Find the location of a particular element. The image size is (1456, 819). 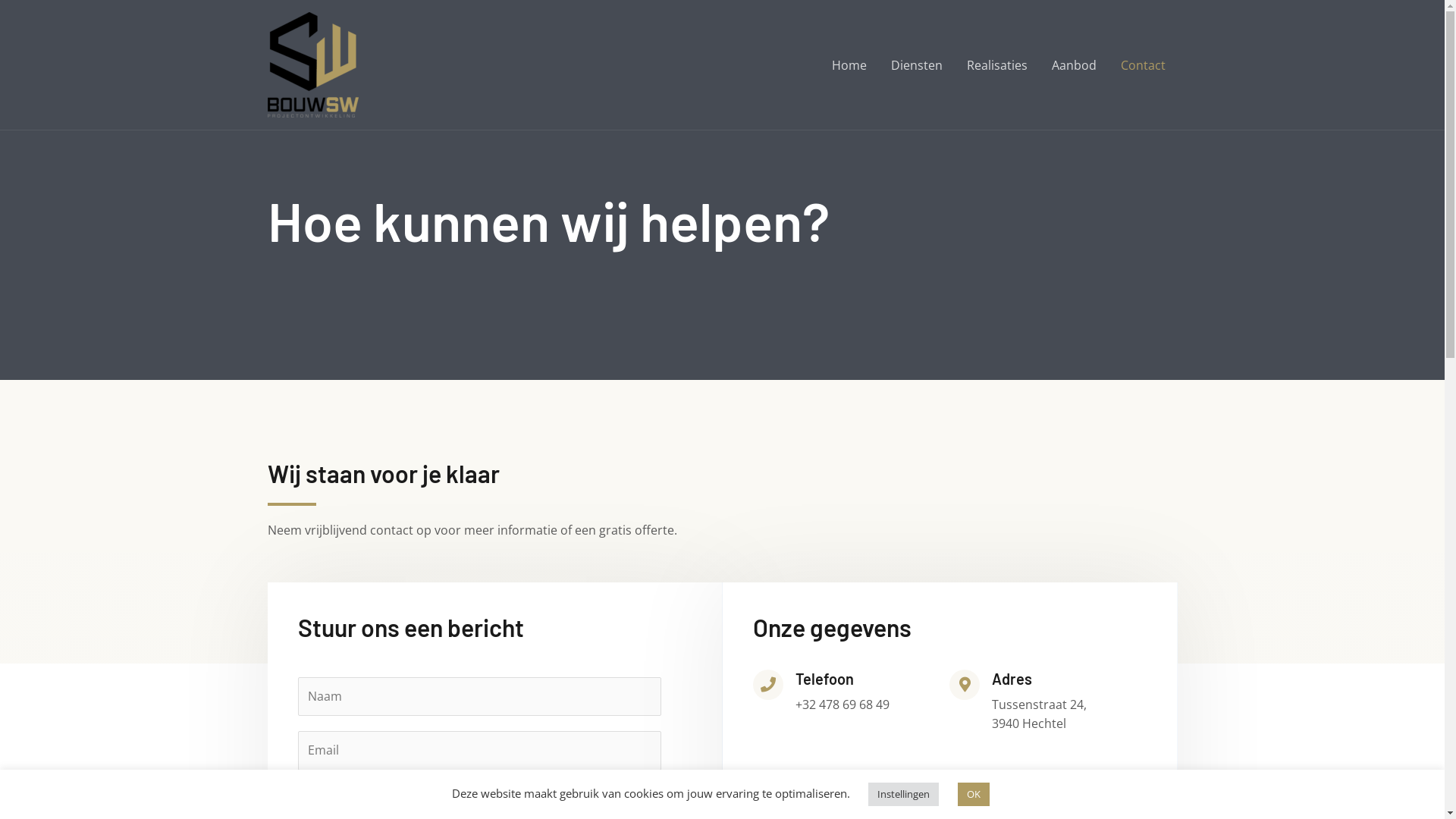

'Home' is located at coordinates (847, 63).